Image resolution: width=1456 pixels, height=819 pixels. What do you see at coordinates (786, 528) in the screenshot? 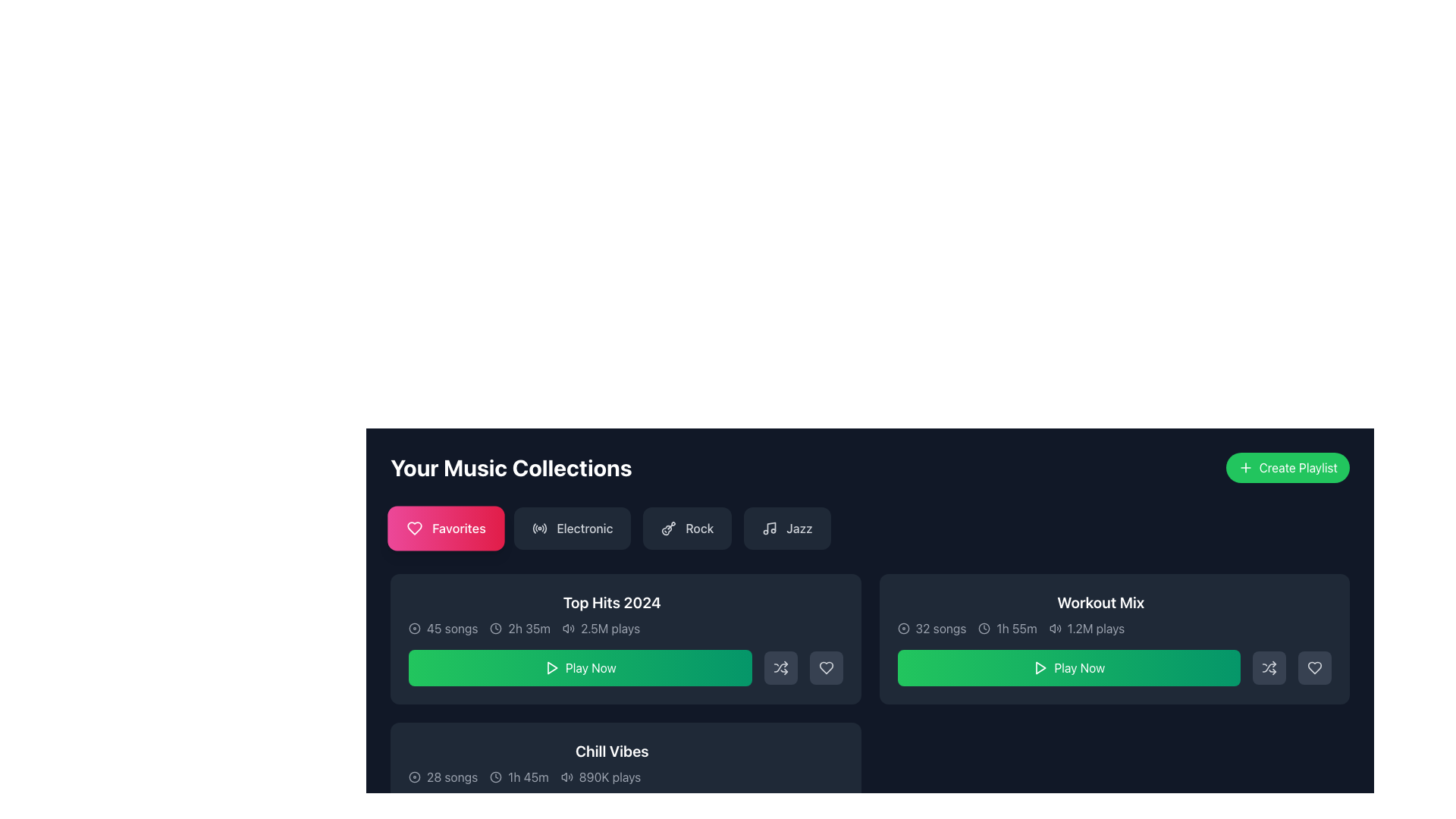
I see `the 'Jazz' button, which is a rectangular button with a dark gray background featuring a music note icon and the text 'Jazz' in white` at bounding box center [786, 528].